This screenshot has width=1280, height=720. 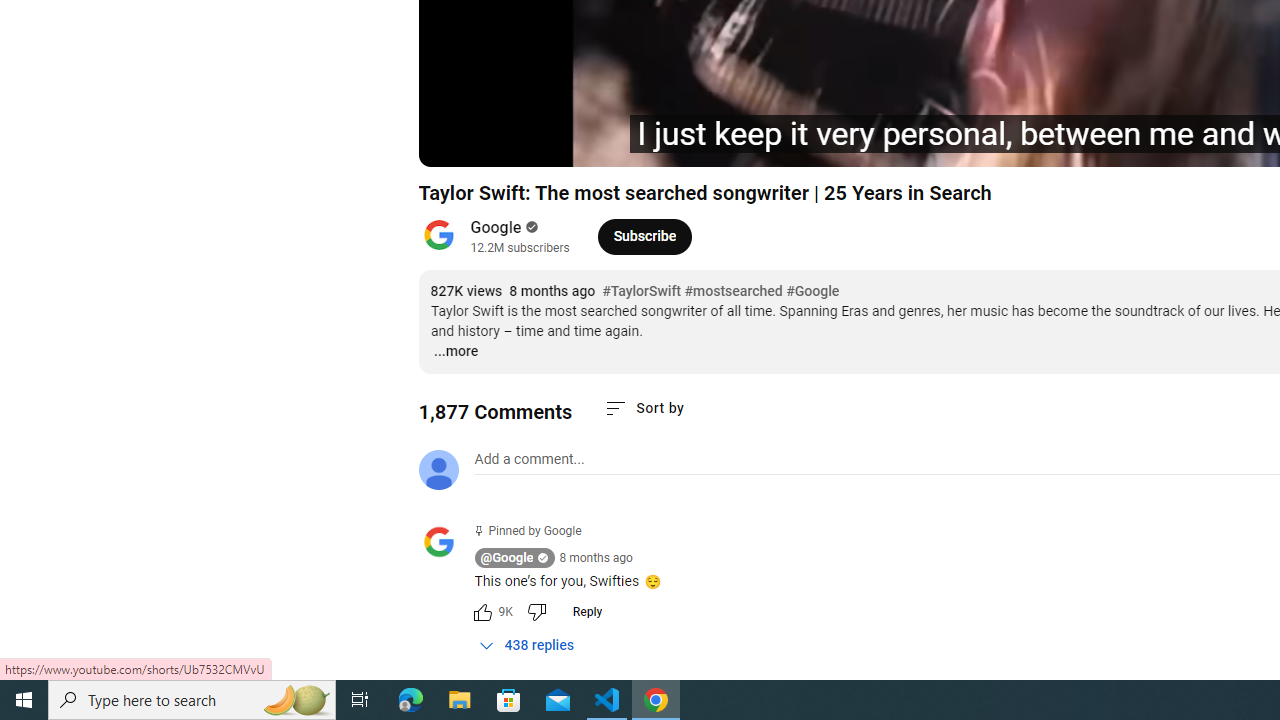 I want to click on 'AutomationID: simplebox-placeholder', so click(x=529, y=459).